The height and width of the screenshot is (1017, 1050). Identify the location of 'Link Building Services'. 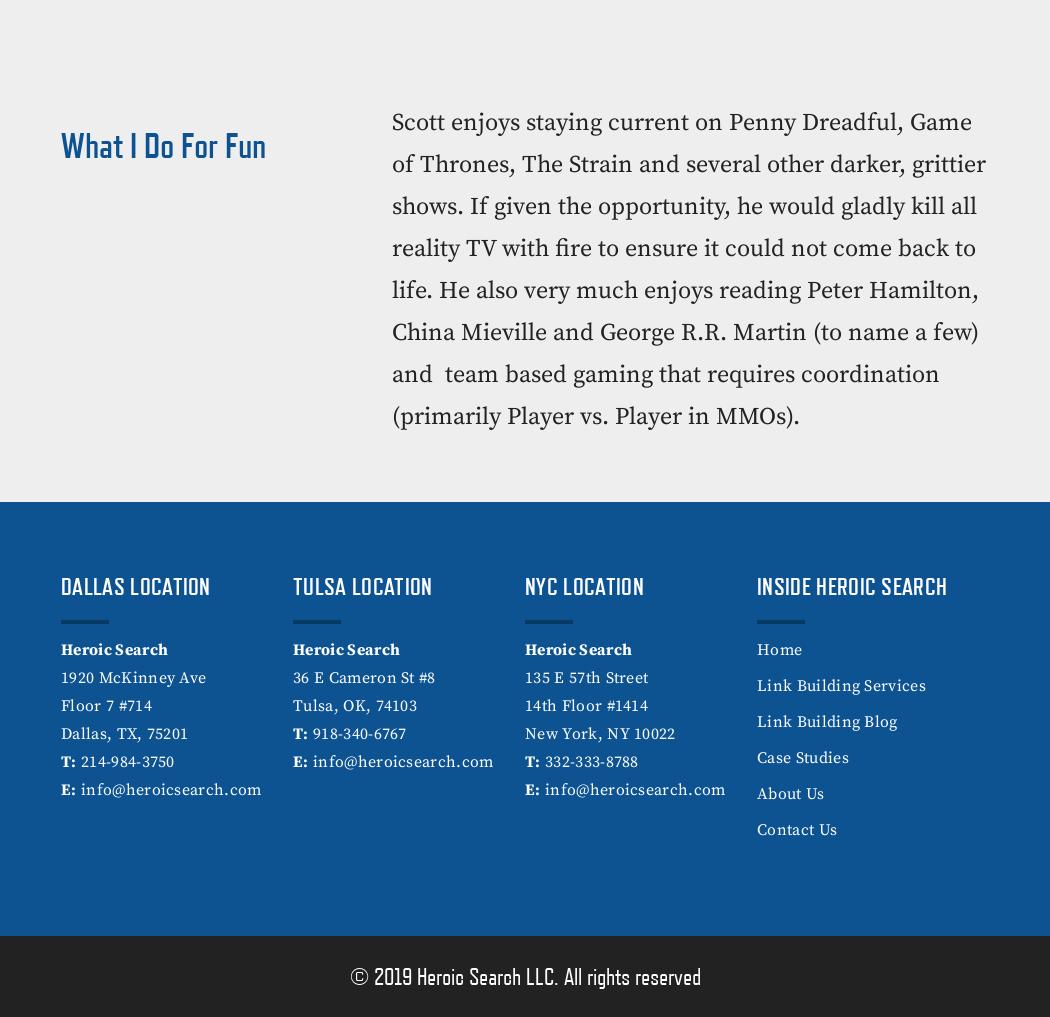
(841, 684).